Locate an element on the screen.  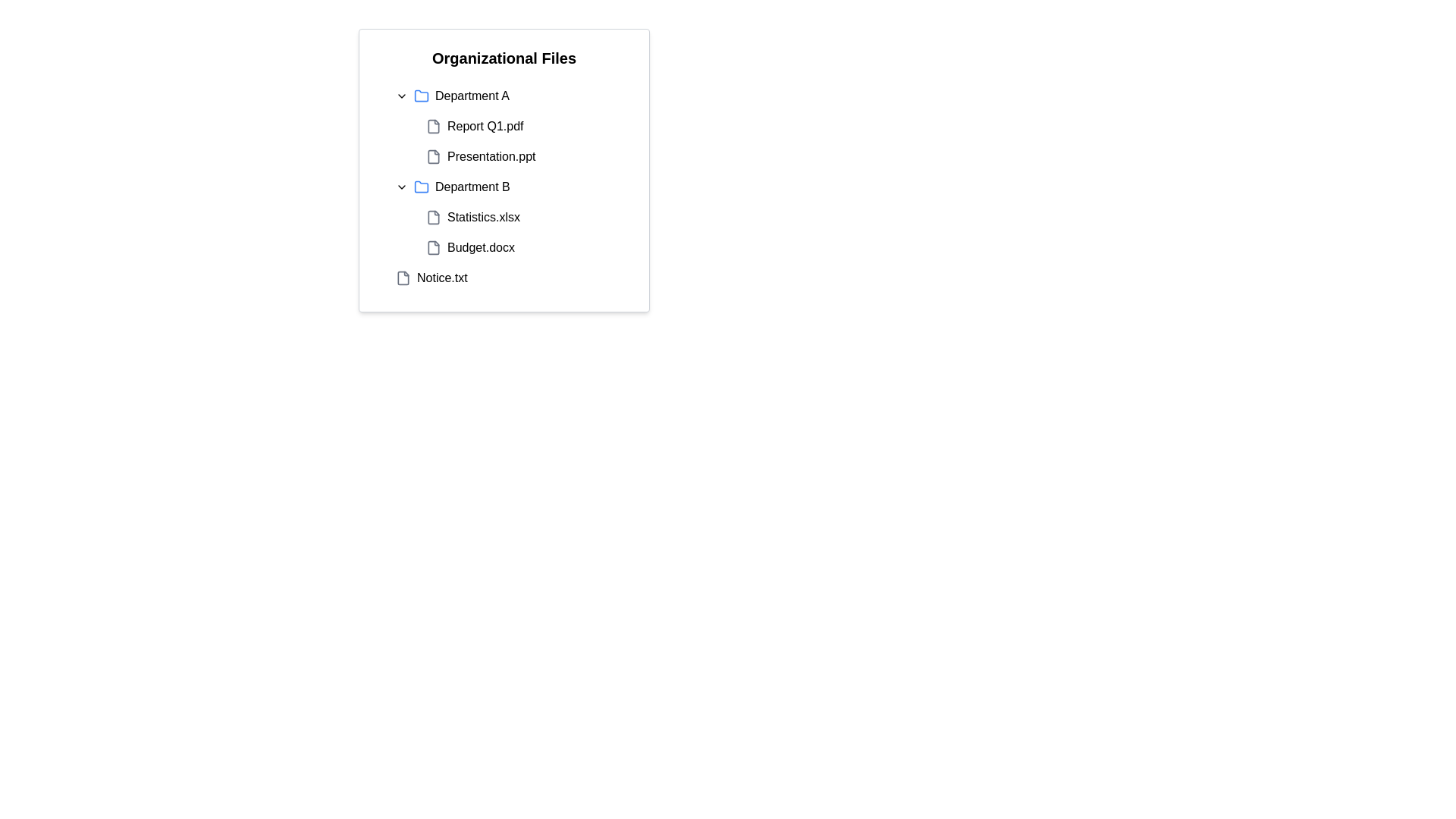
the downward chevron icon indicating the expand/collapse functionality for the 'Department B' folder is located at coordinates (401, 186).